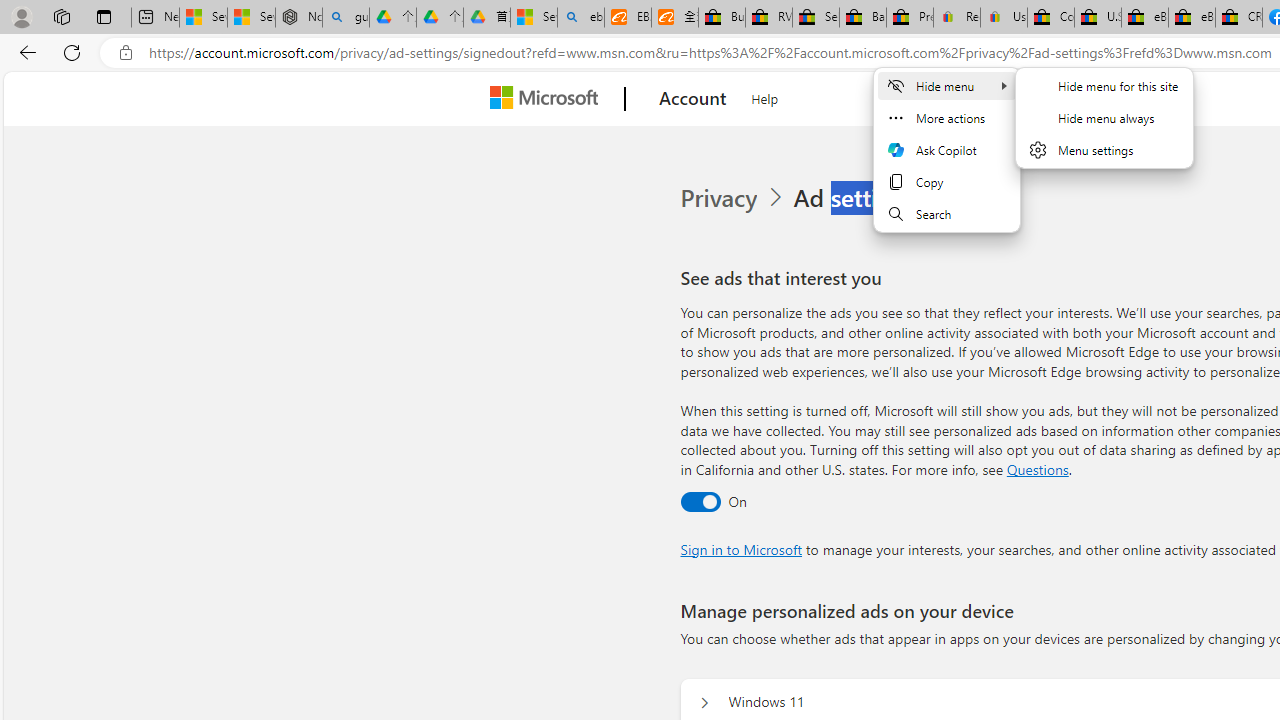 This screenshot has width=1280, height=720. I want to click on 'Mini menu on text selection', so click(946, 161).